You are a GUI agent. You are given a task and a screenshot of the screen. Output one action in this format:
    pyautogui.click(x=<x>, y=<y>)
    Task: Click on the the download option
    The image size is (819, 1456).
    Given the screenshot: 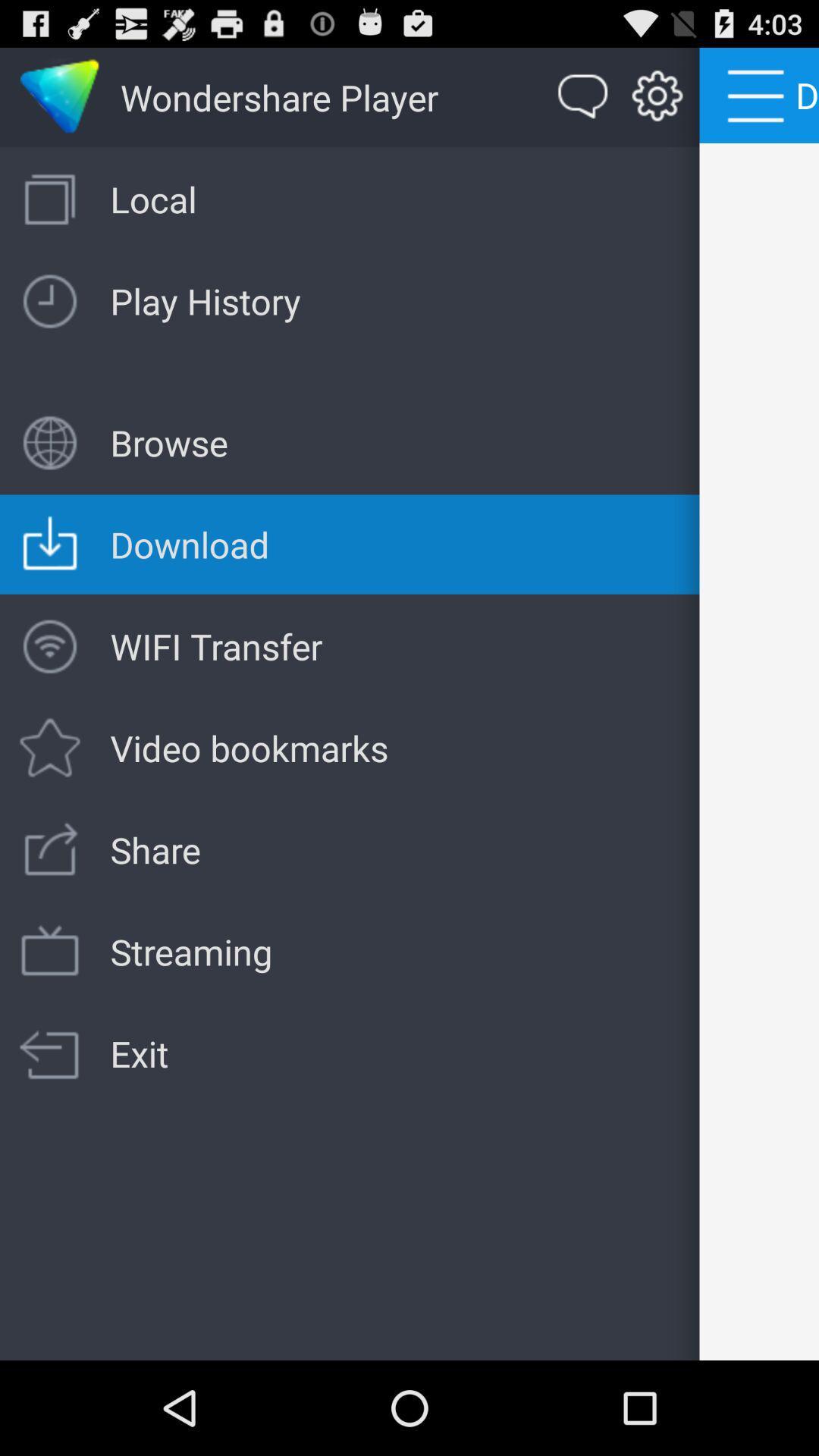 What is the action you would take?
    pyautogui.click(x=59, y=97)
    